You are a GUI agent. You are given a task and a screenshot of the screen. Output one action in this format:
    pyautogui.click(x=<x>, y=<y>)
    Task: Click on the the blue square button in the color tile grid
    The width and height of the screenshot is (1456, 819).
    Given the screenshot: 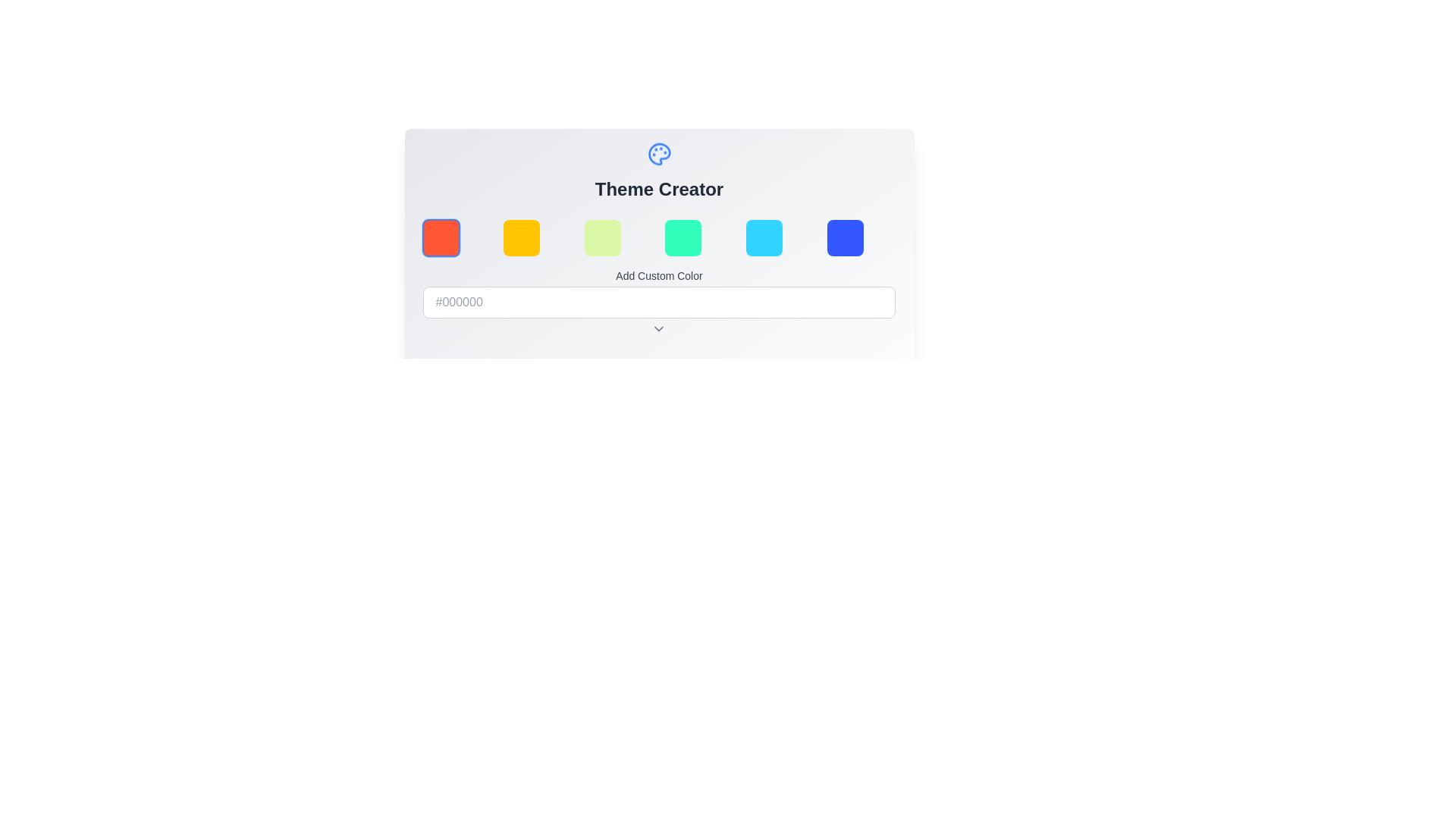 What is the action you would take?
    pyautogui.click(x=843, y=237)
    